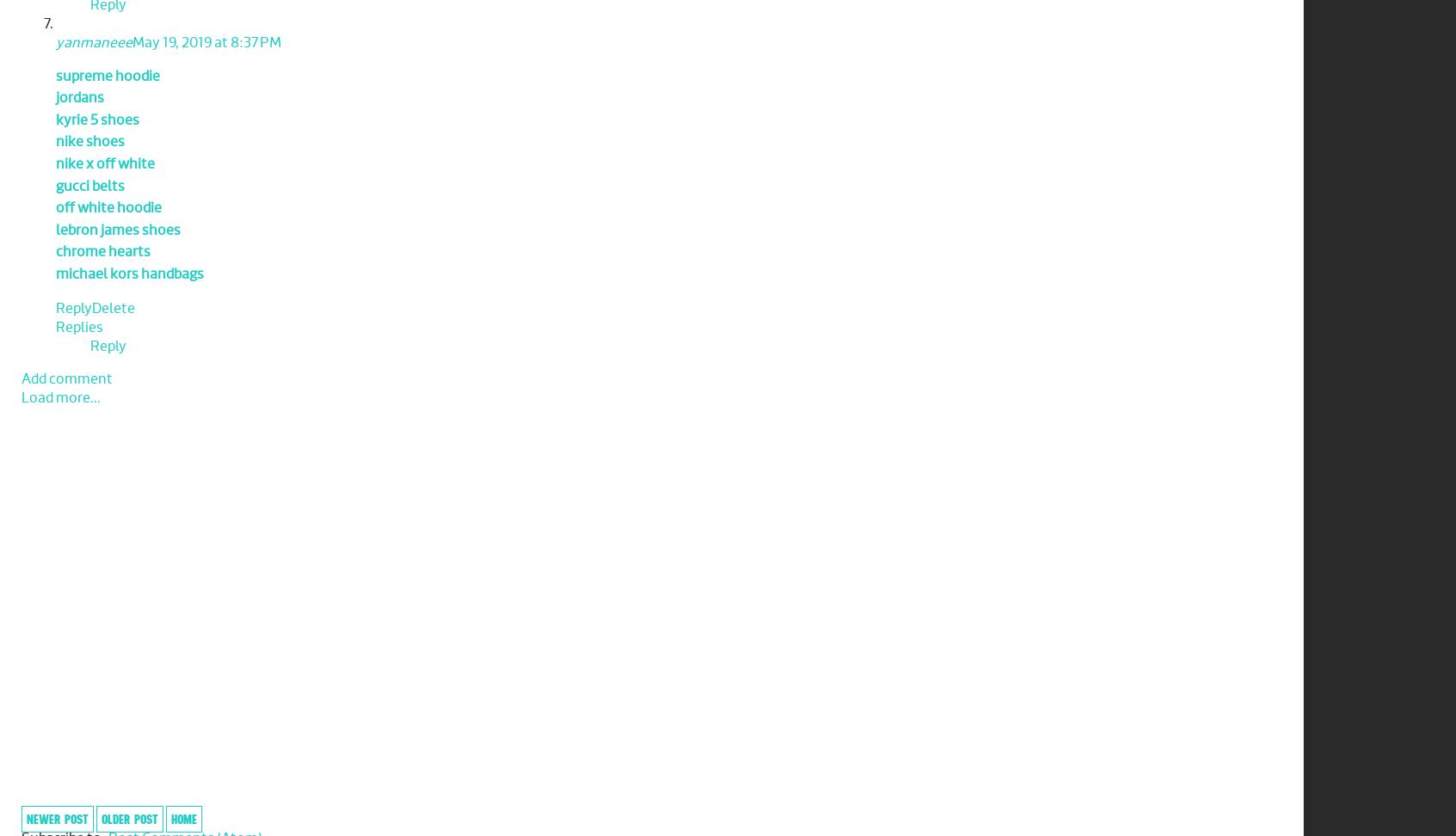  What do you see at coordinates (79, 326) in the screenshot?
I see `'Replies'` at bounding box center [79, 326].